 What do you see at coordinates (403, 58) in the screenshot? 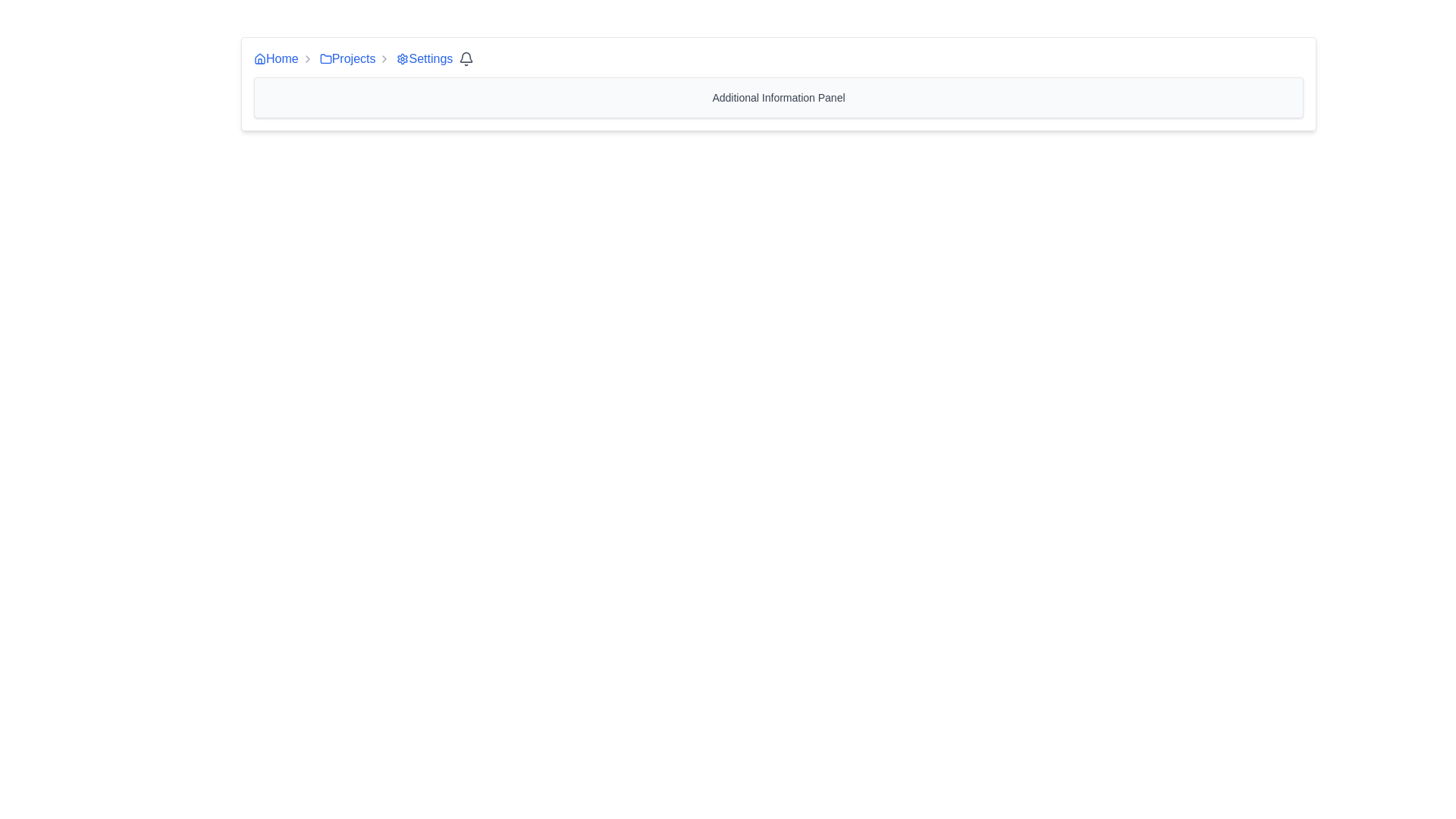
I see `the gear-shaped icon segment located in the settings icon on the top navigation bar, which is positioned to the right of the breadcrumb links and before the notification icon` at bounding box center [403, 58].